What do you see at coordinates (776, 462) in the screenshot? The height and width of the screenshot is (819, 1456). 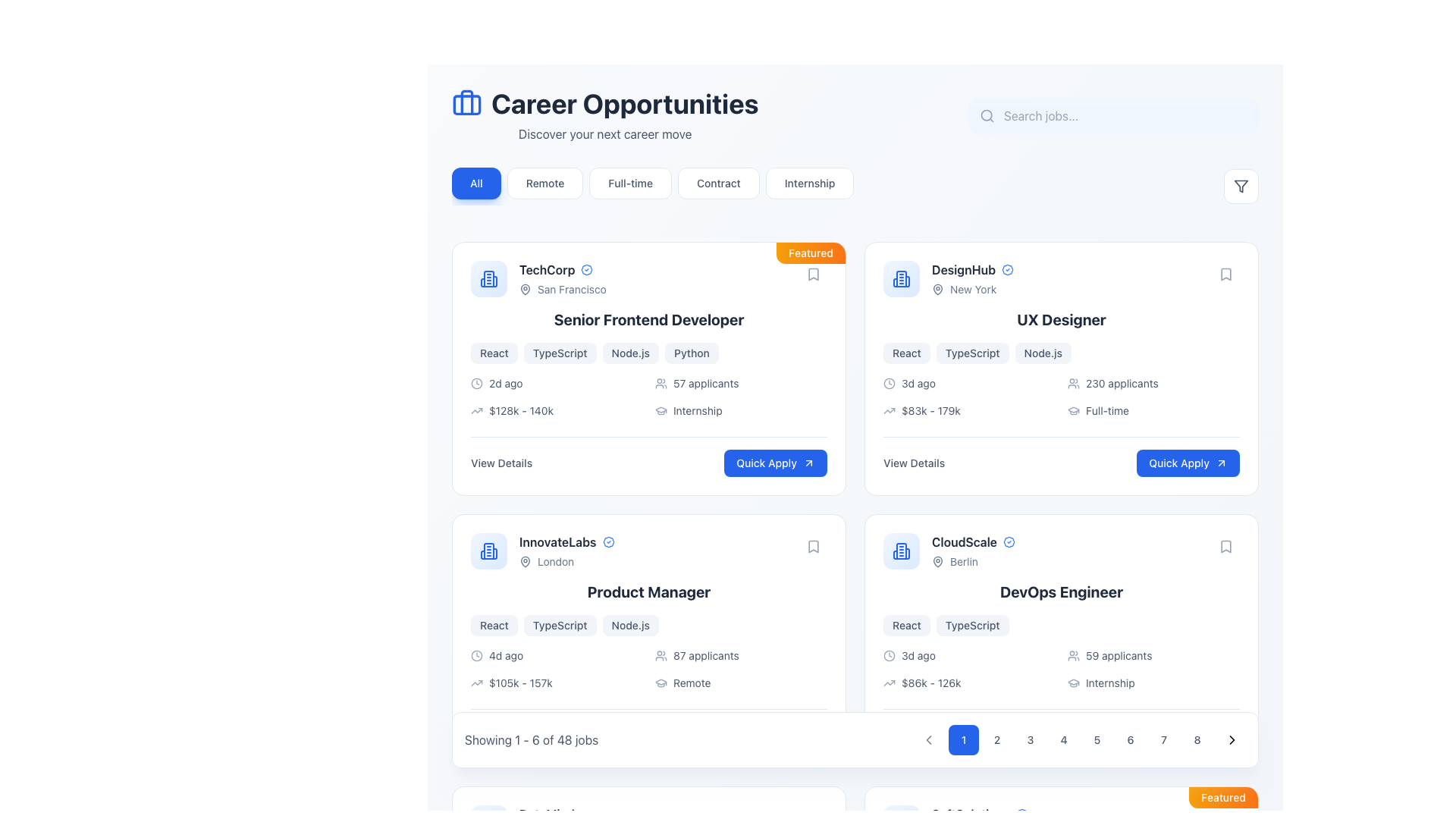 I see `the 'Quick Apply' button with a deep blue background and white text and icon, located in the lower right corner of the job card for 'Senior Frontend Developer' at 'TechCorp'` at bounding box center [776, 462].